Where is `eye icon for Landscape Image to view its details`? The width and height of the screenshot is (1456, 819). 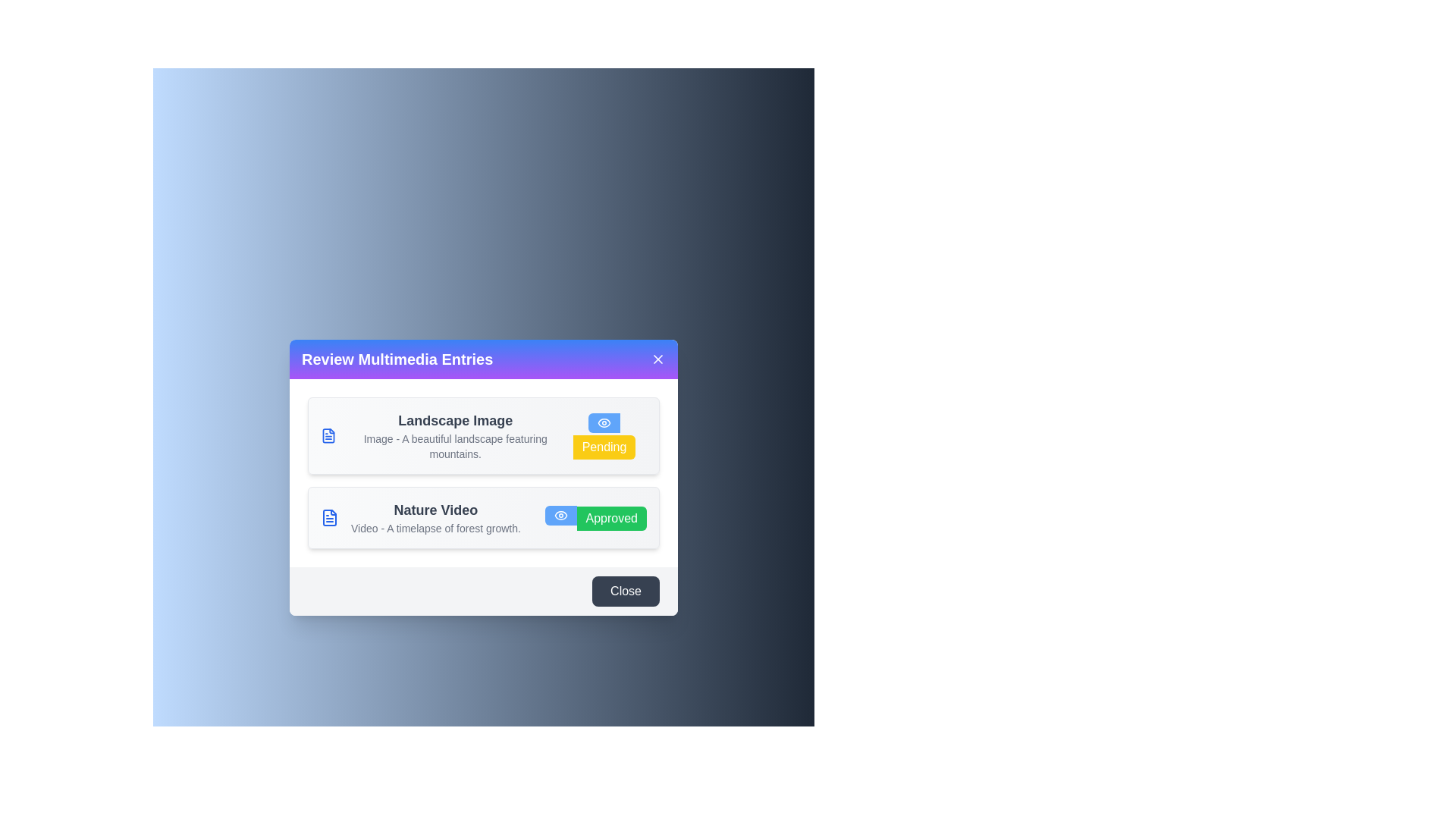
eye icon for Landscape Image to view its details is located at coordinates (603, 422).